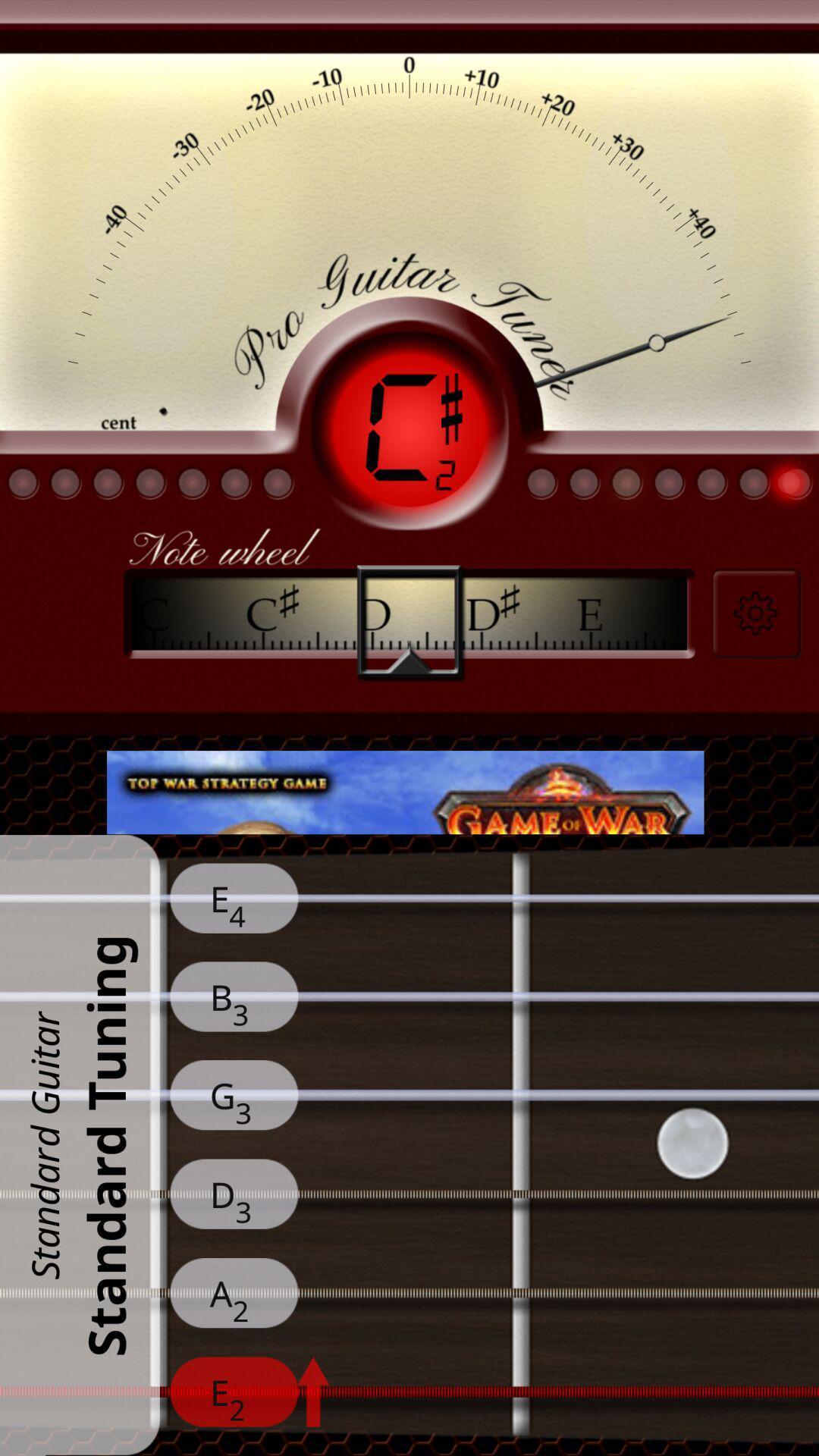 The width and height of the screenshot is (819, 1456). I want to click on the button below pro guitar tuner, so click(409, 429).